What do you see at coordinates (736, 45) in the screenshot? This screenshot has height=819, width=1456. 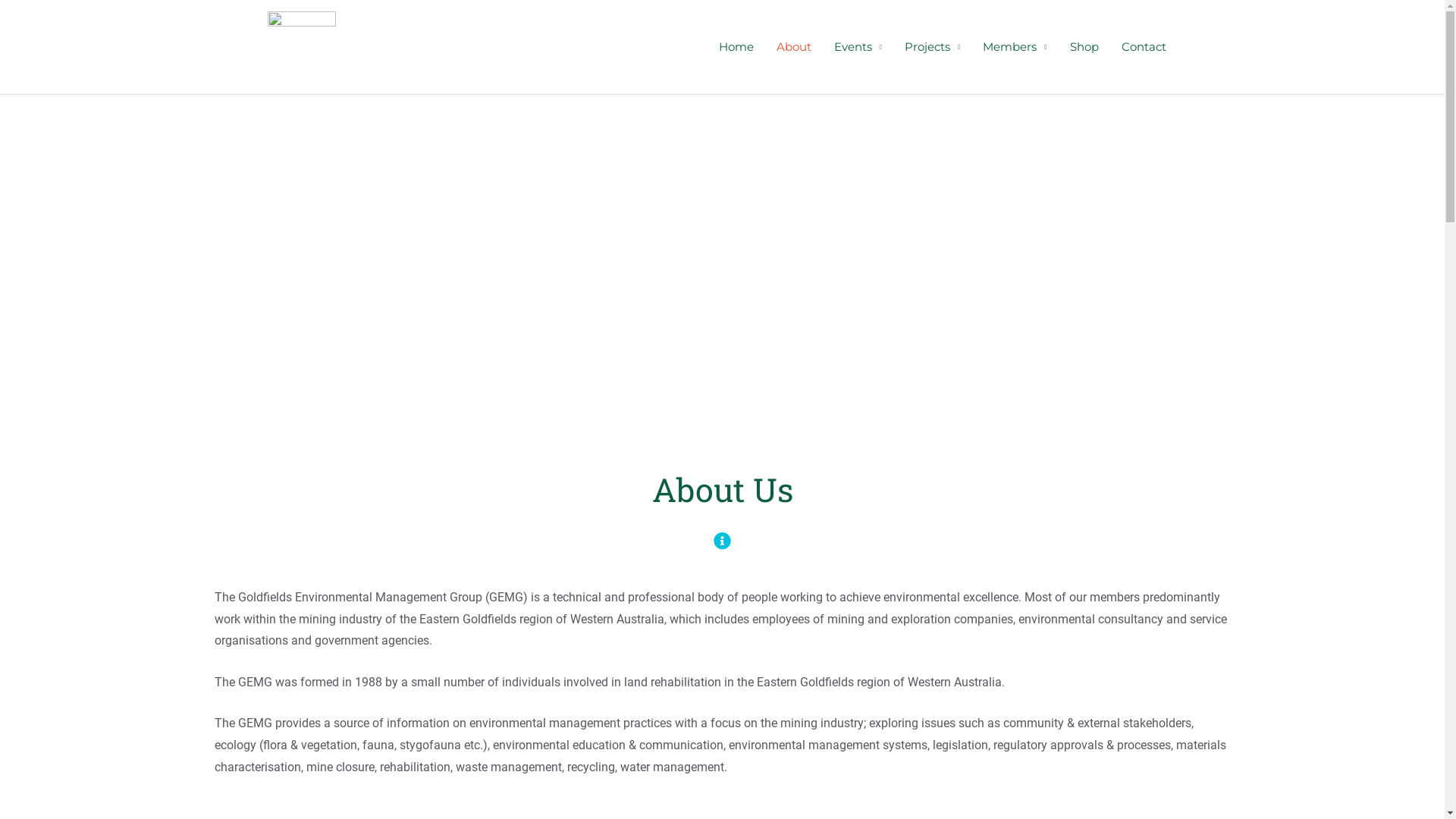 I see `'Home'` at bounding box center [736, 45].